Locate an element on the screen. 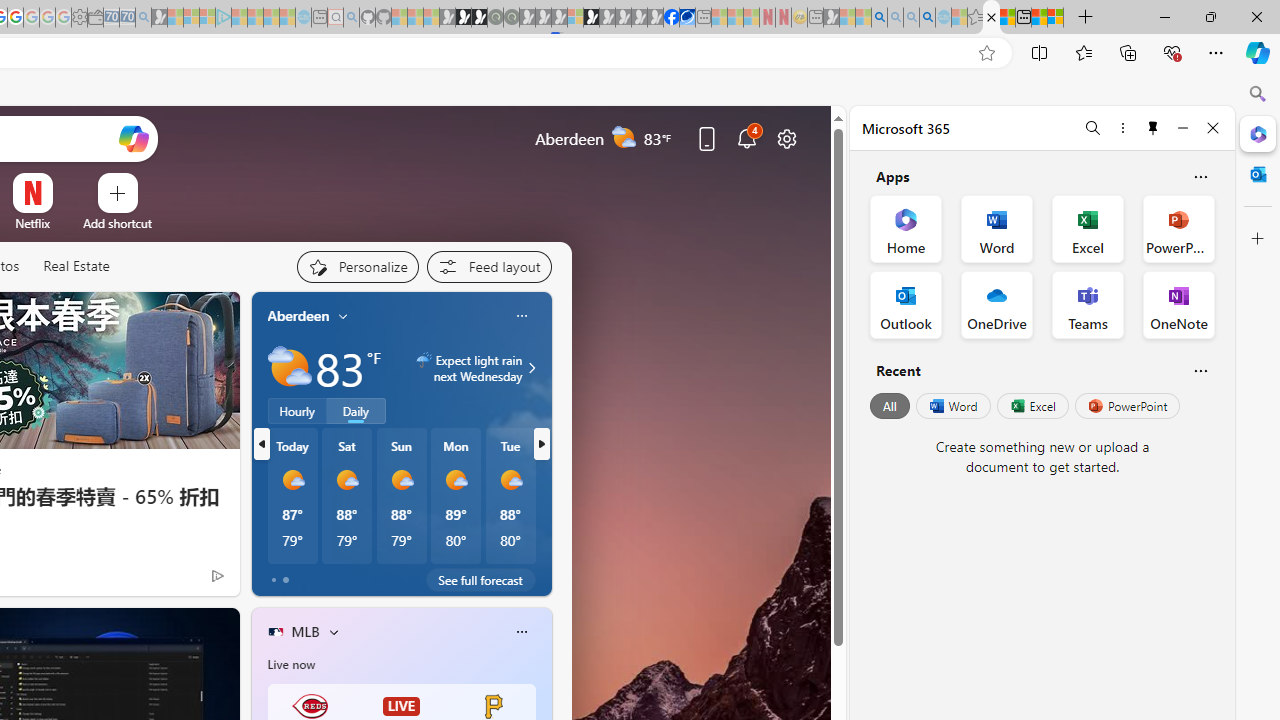  'Netflix' is located at coordinates (32, 223).